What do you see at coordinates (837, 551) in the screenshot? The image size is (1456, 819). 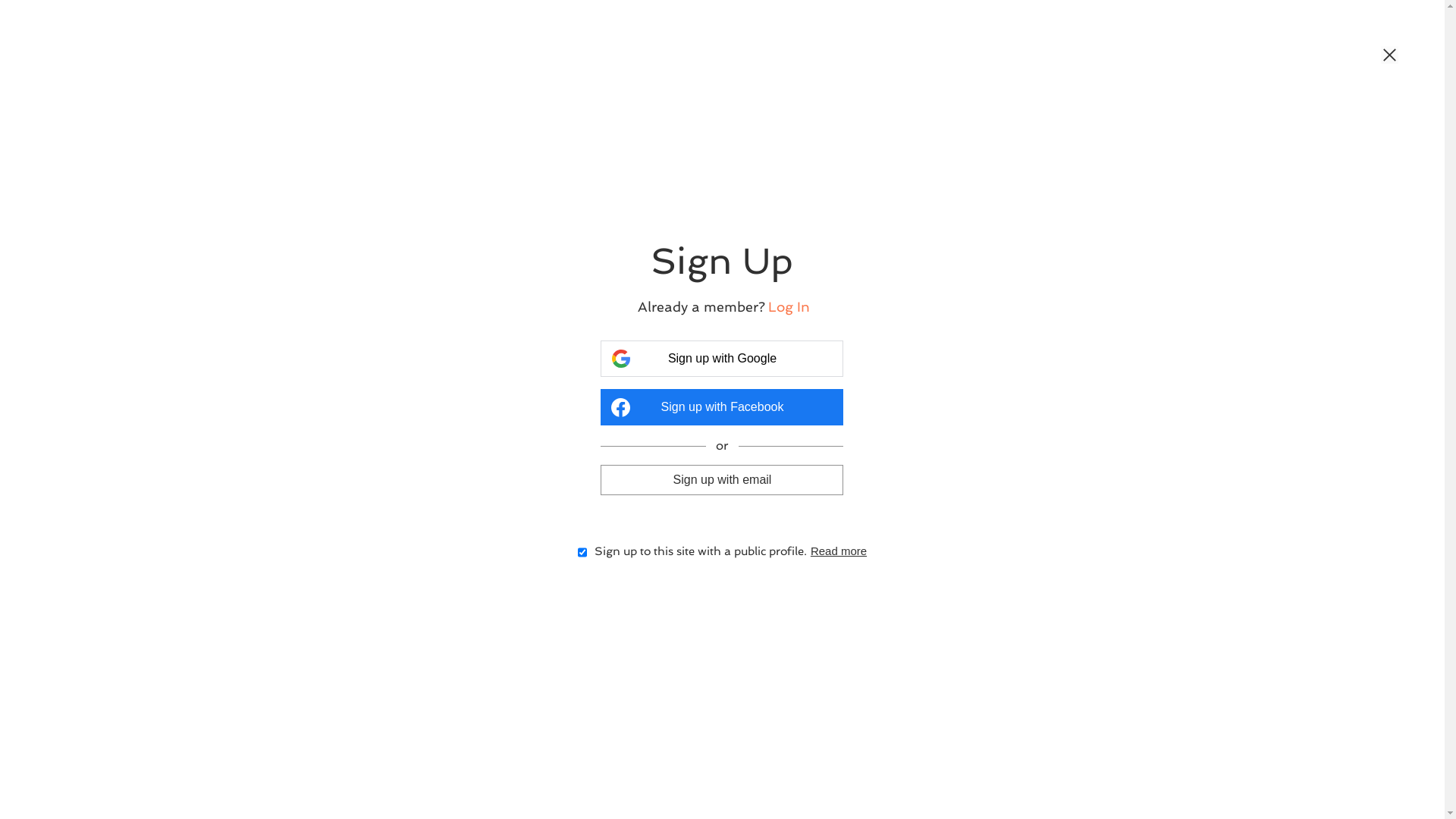 I see `'Read more'` at bounding box center [837, 551].